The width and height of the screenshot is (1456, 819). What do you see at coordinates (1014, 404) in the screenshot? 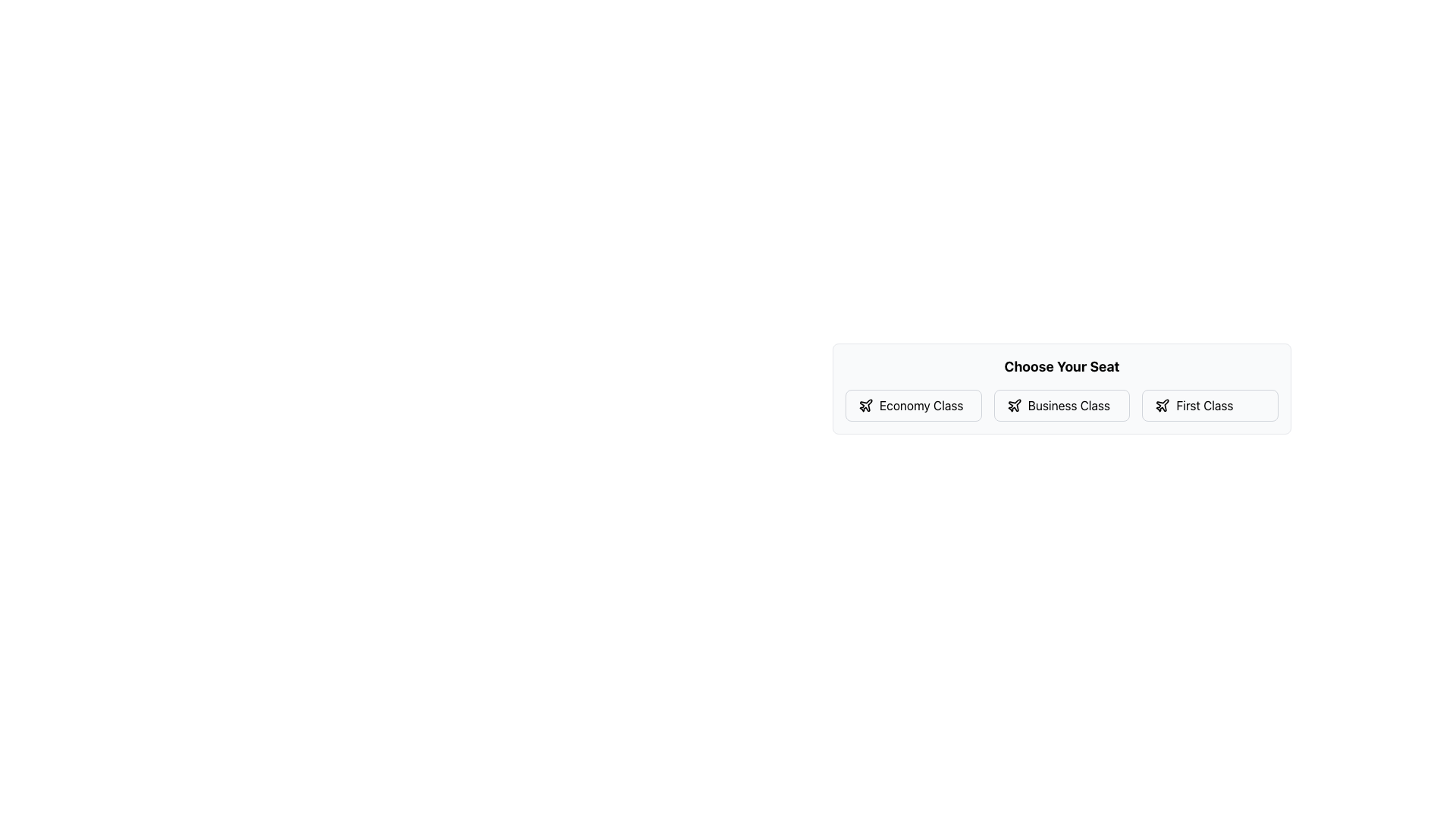
I see `the 'Business Class' button icon, which is the second button in a horizontal group of three buttons under 'Choose Your Seat', featuring an airplane icon as a prefix` at bounding box center [1014, 404].